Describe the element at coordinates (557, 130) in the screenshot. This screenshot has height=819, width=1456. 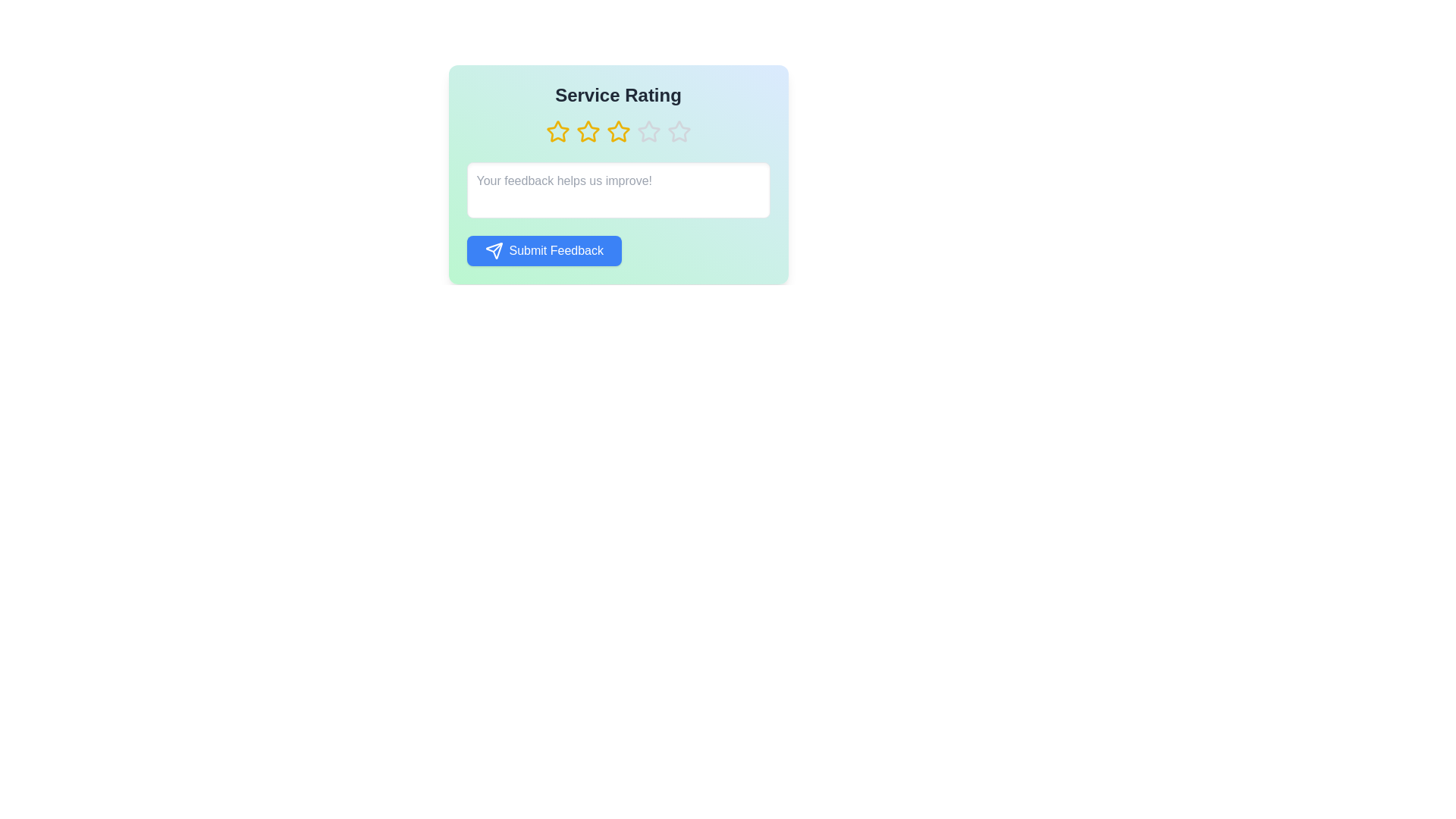
I see `the yellow star-shaped rating icon with a hollow center` at that location.